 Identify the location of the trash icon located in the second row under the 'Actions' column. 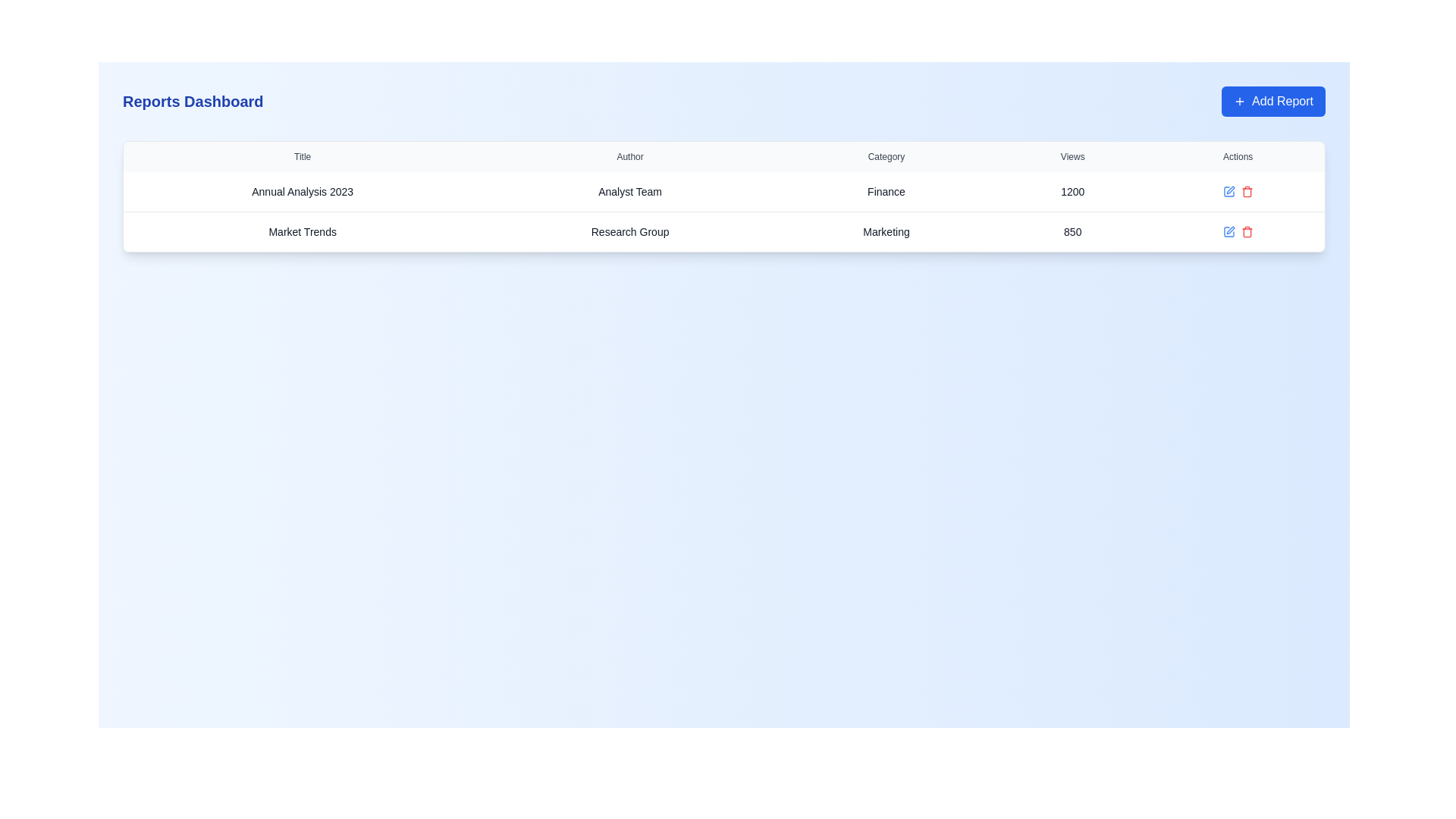
(1247, 233).